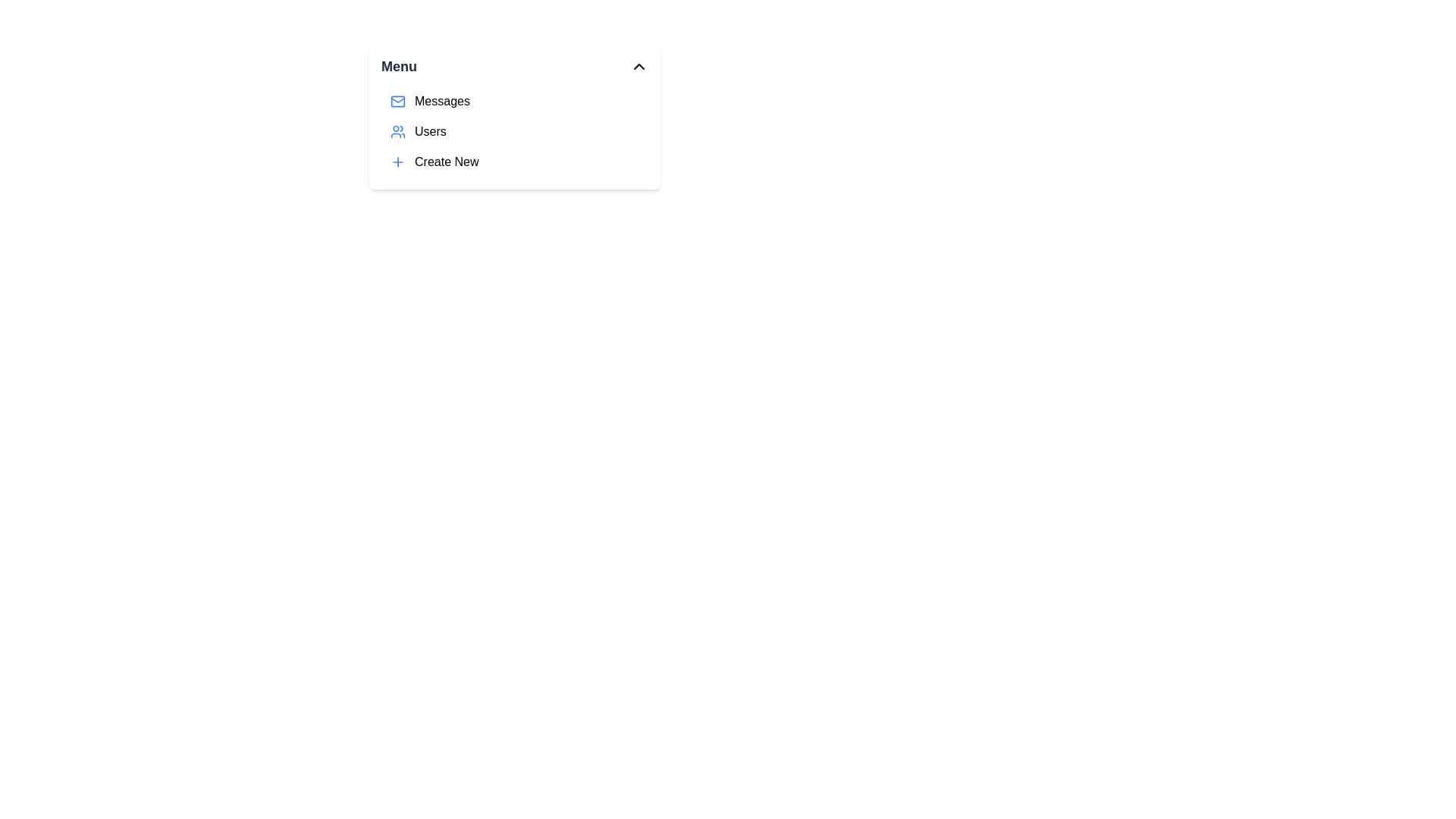 This screenshot has height=819, width=1456. I want to click on the 'Messages' text label, which is located directly to the right of the mail icon in the dropdown menu labeled 'Menu', so click(441, 102).